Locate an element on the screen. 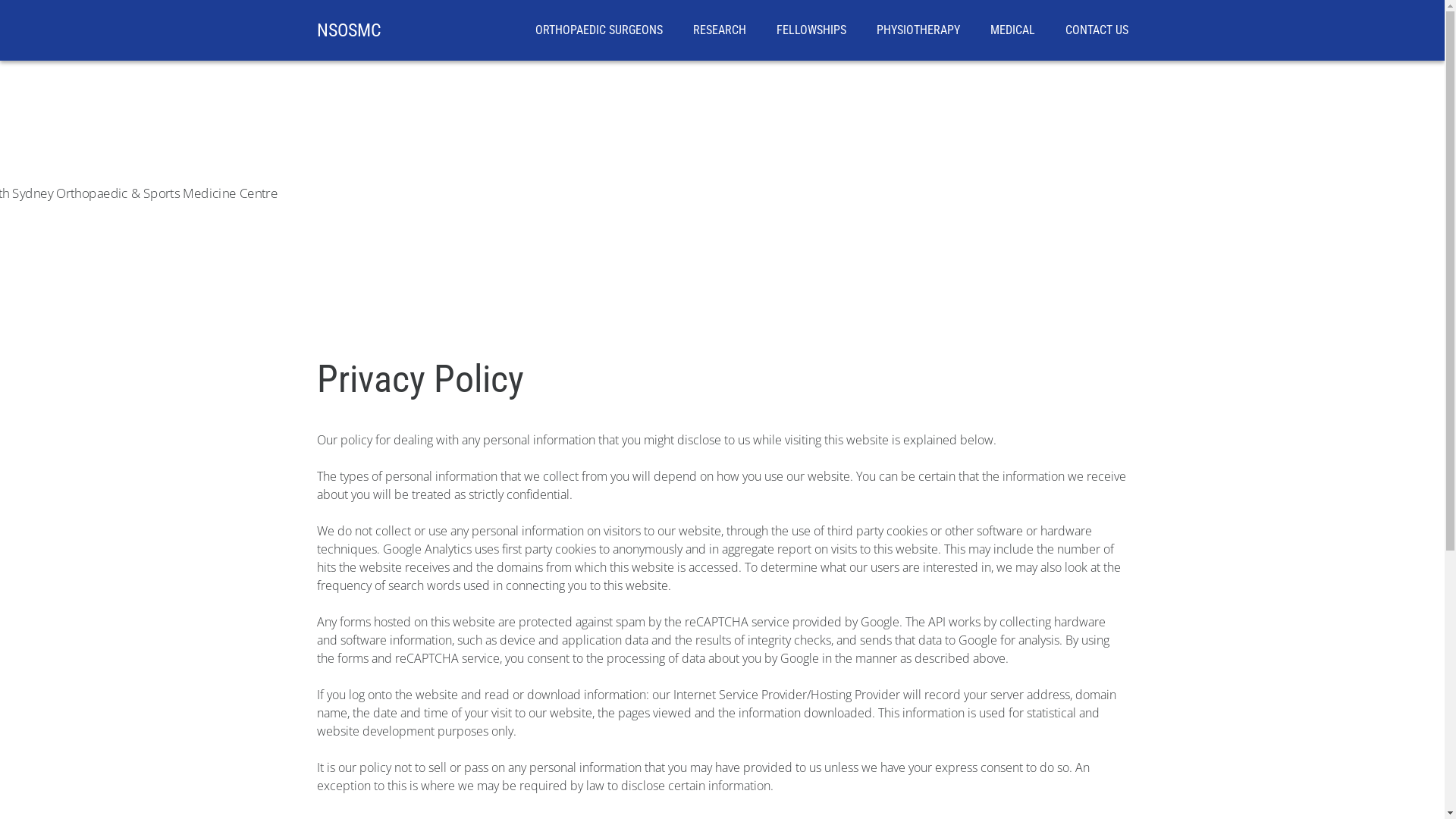  'CONTACT US' is located at coordinates (1096, 30).